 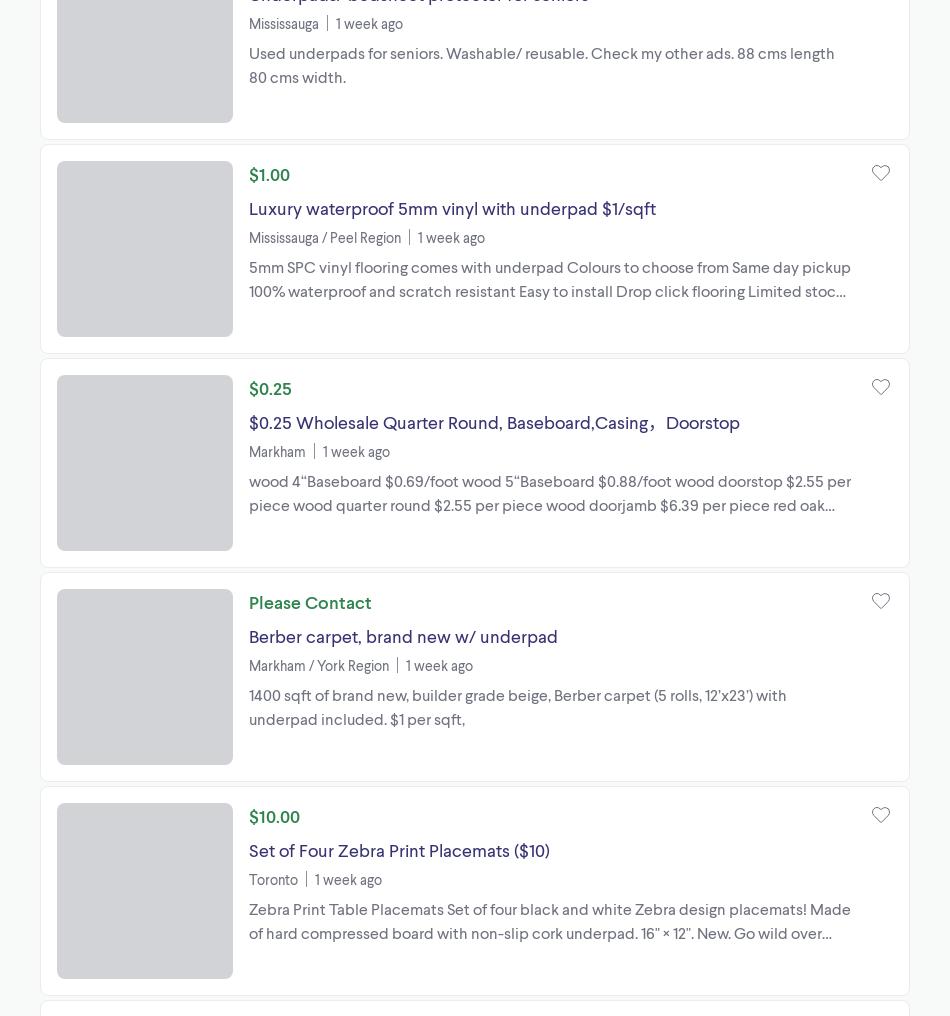 I want to click on 'Used underpads for seniors. Washable/ reusable. Check my other ads. 88 cms length 80 cms width.', so click(x=541, y=62).